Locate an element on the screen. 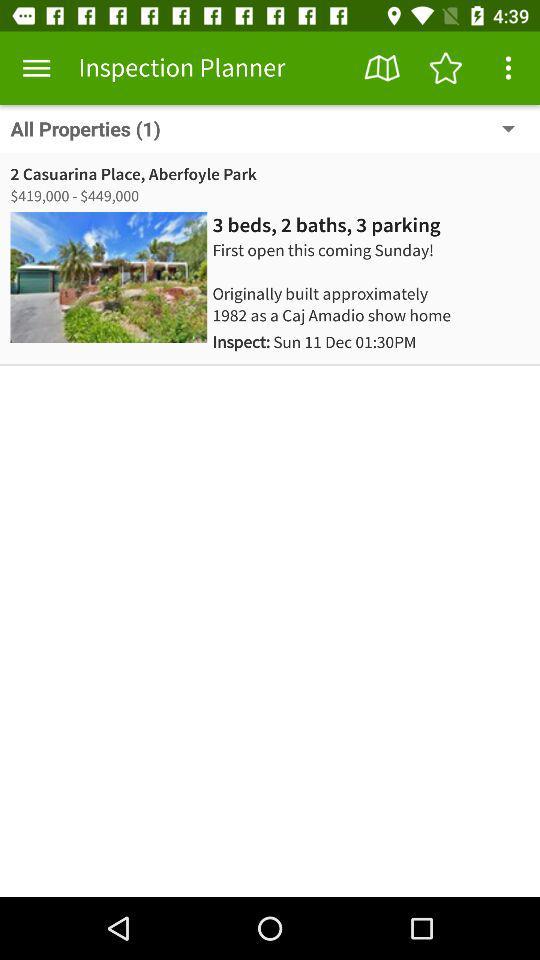 Image resolution: width=540 pixels, height=960 pixels. the item next to the inspection planner app is located at coordinates (36, 68).